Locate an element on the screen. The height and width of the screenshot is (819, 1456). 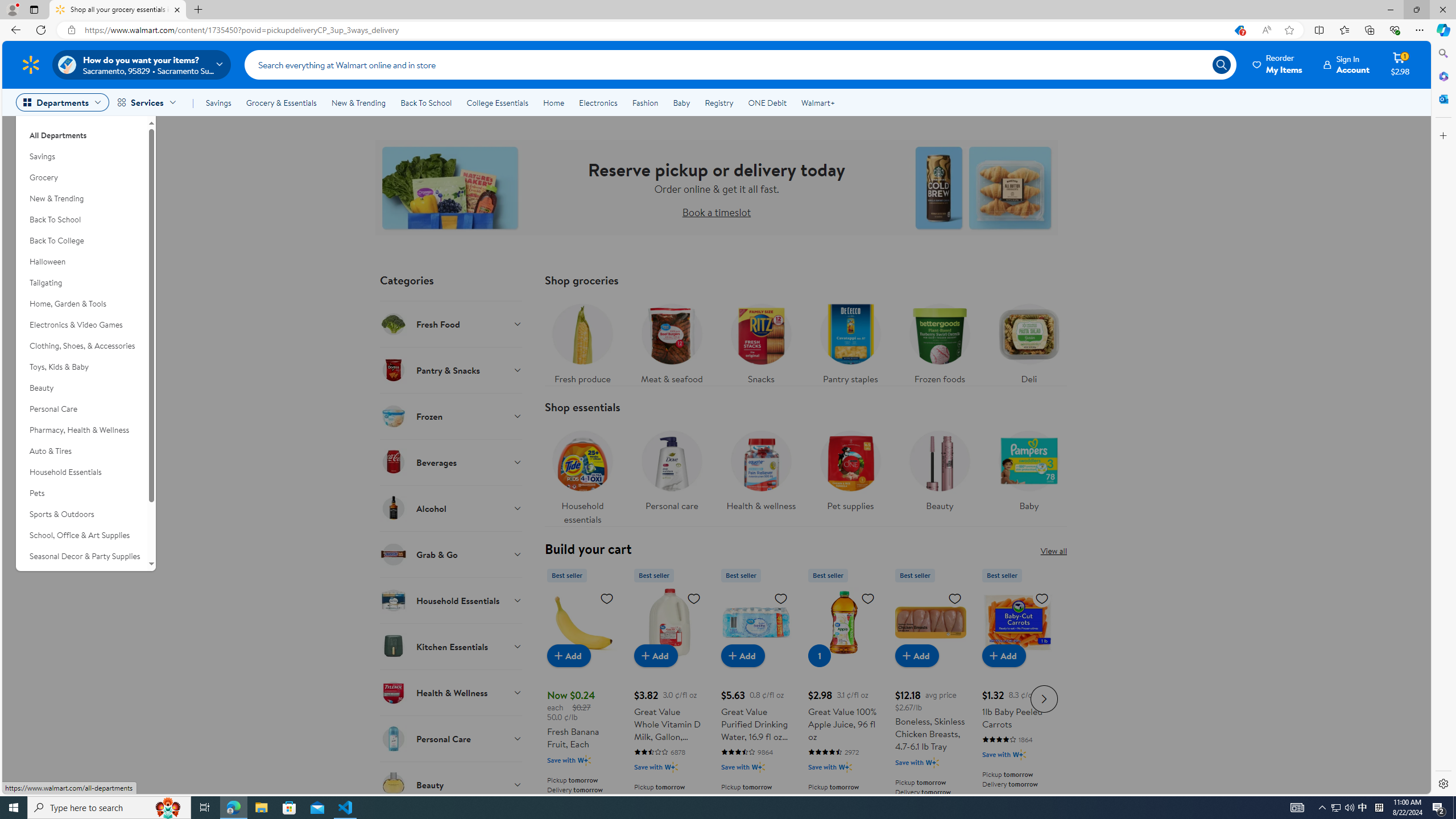
'Home, Garden & Tools' is located at coordinates (81, 303).